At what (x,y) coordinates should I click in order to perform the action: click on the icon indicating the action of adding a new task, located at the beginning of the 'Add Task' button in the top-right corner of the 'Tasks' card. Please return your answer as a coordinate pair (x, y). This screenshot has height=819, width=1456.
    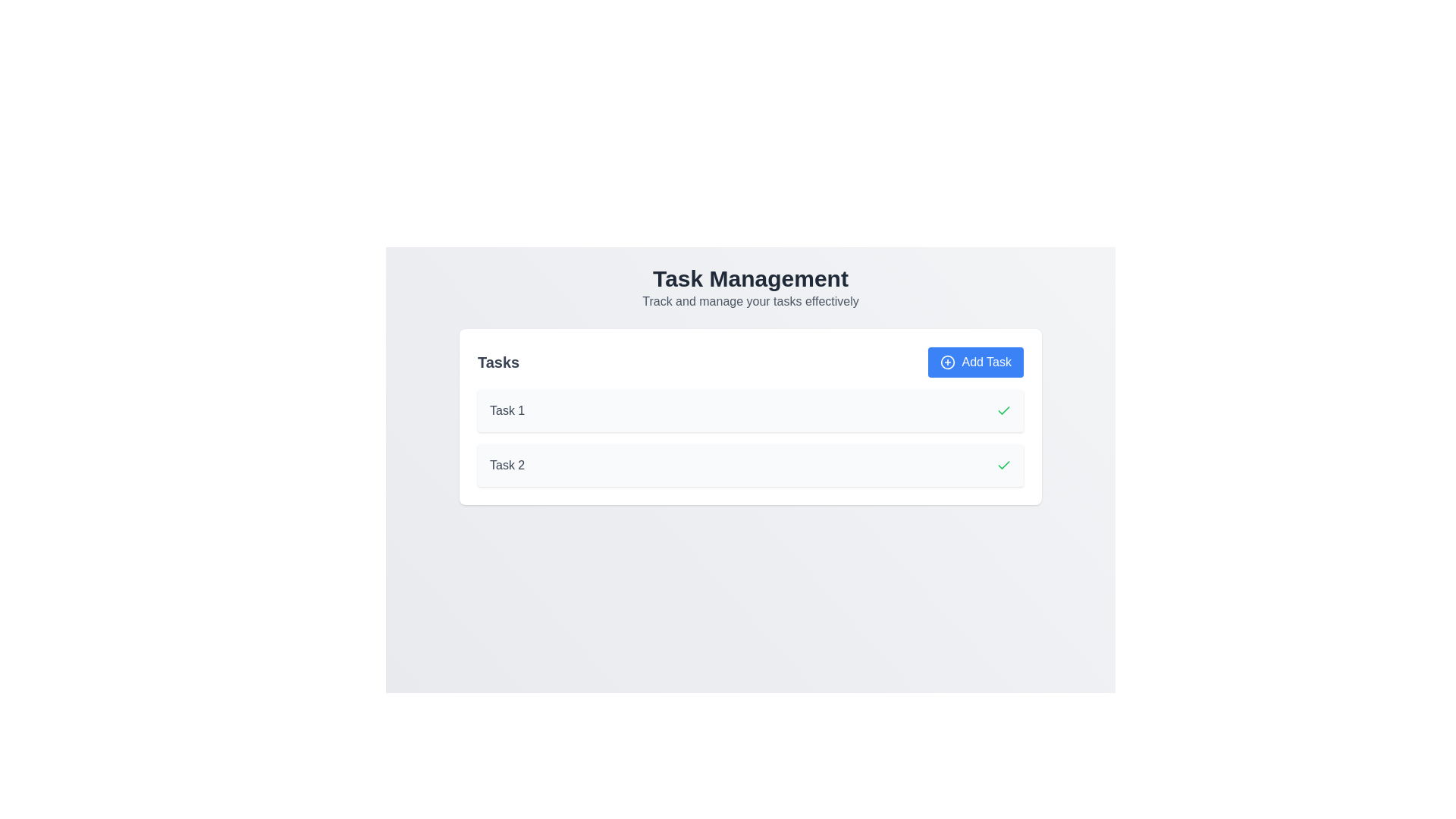
    Looking at the image, I should click on (947, 362).